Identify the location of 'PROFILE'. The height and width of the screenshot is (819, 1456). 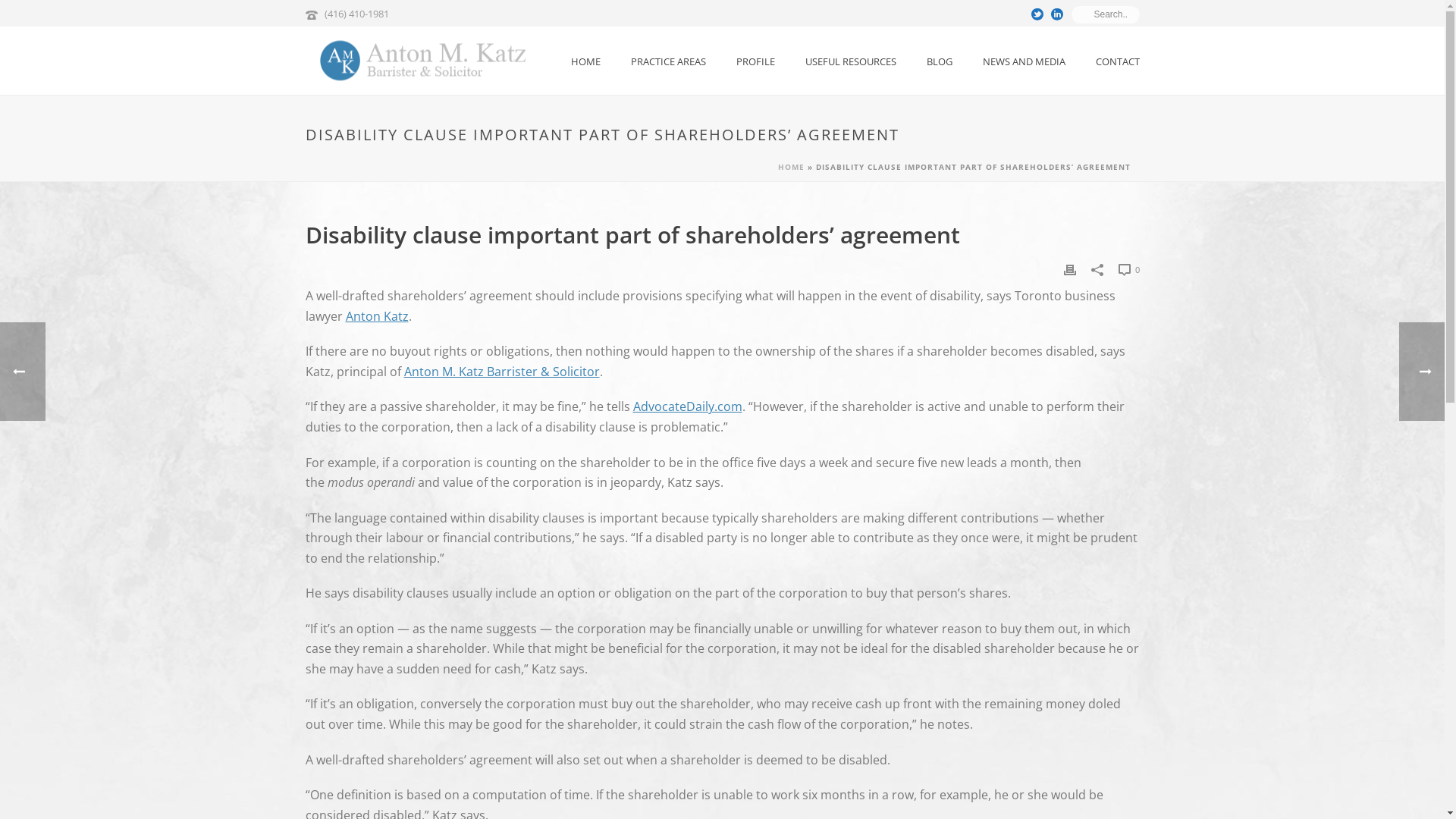
(755, 61).